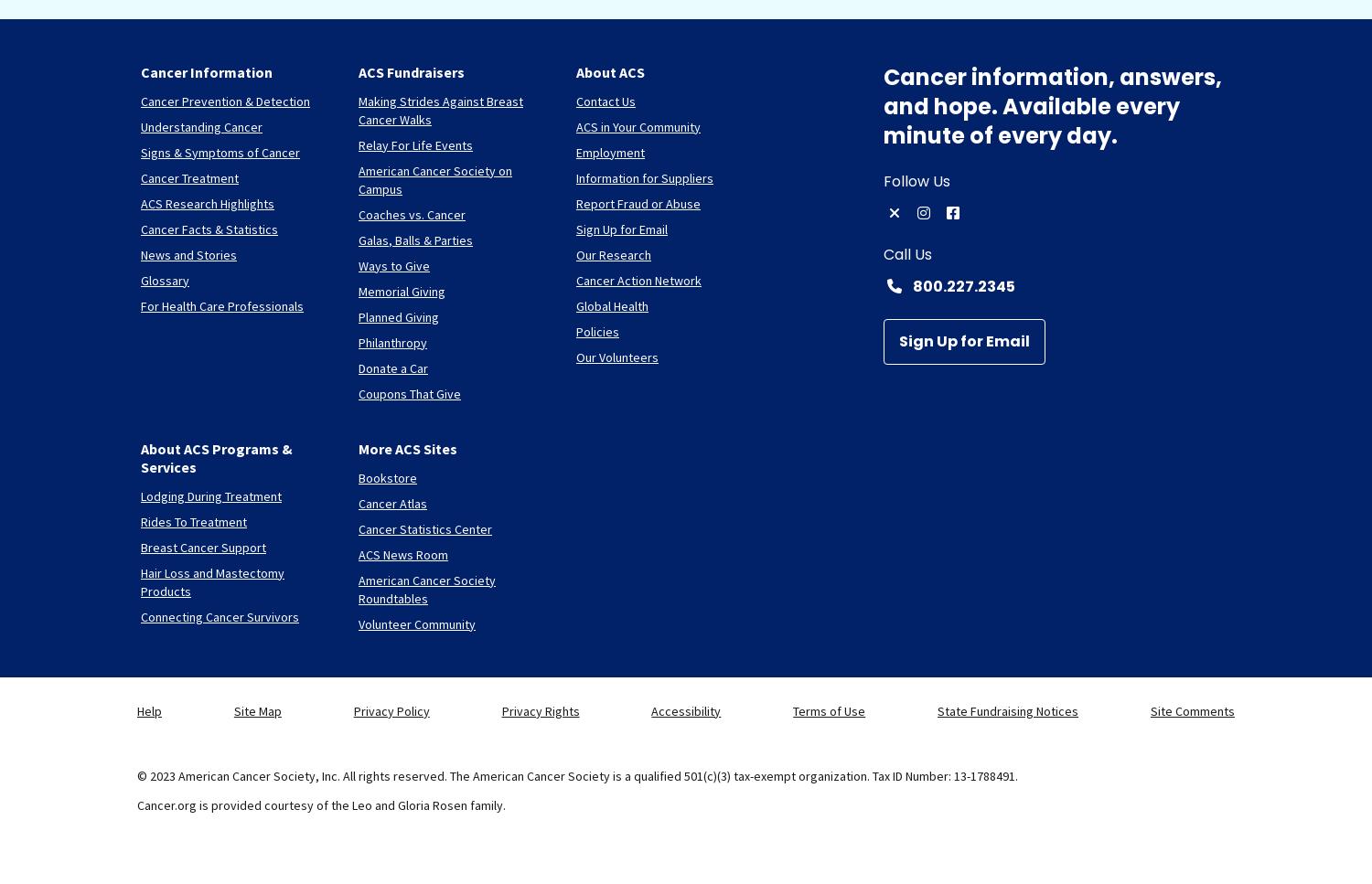 The width and height of the screenshot is (1372, 884). What do you see at coordinates (829, 709) in the screenshot?
I see `'Terms of Use'` at bounding box center [829, 709].